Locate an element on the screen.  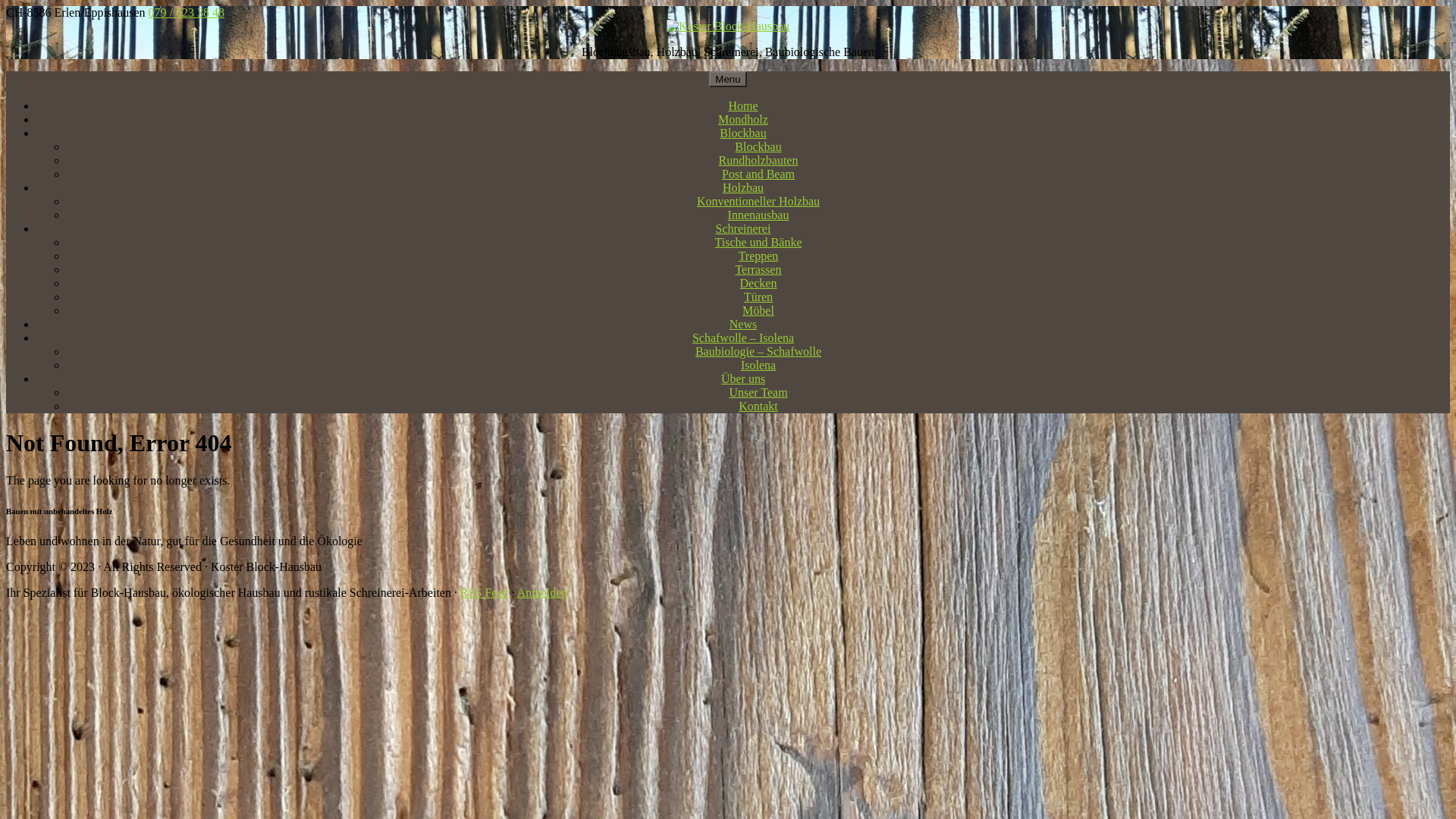
'Schreinerei' is located at coordinates (743, 228).